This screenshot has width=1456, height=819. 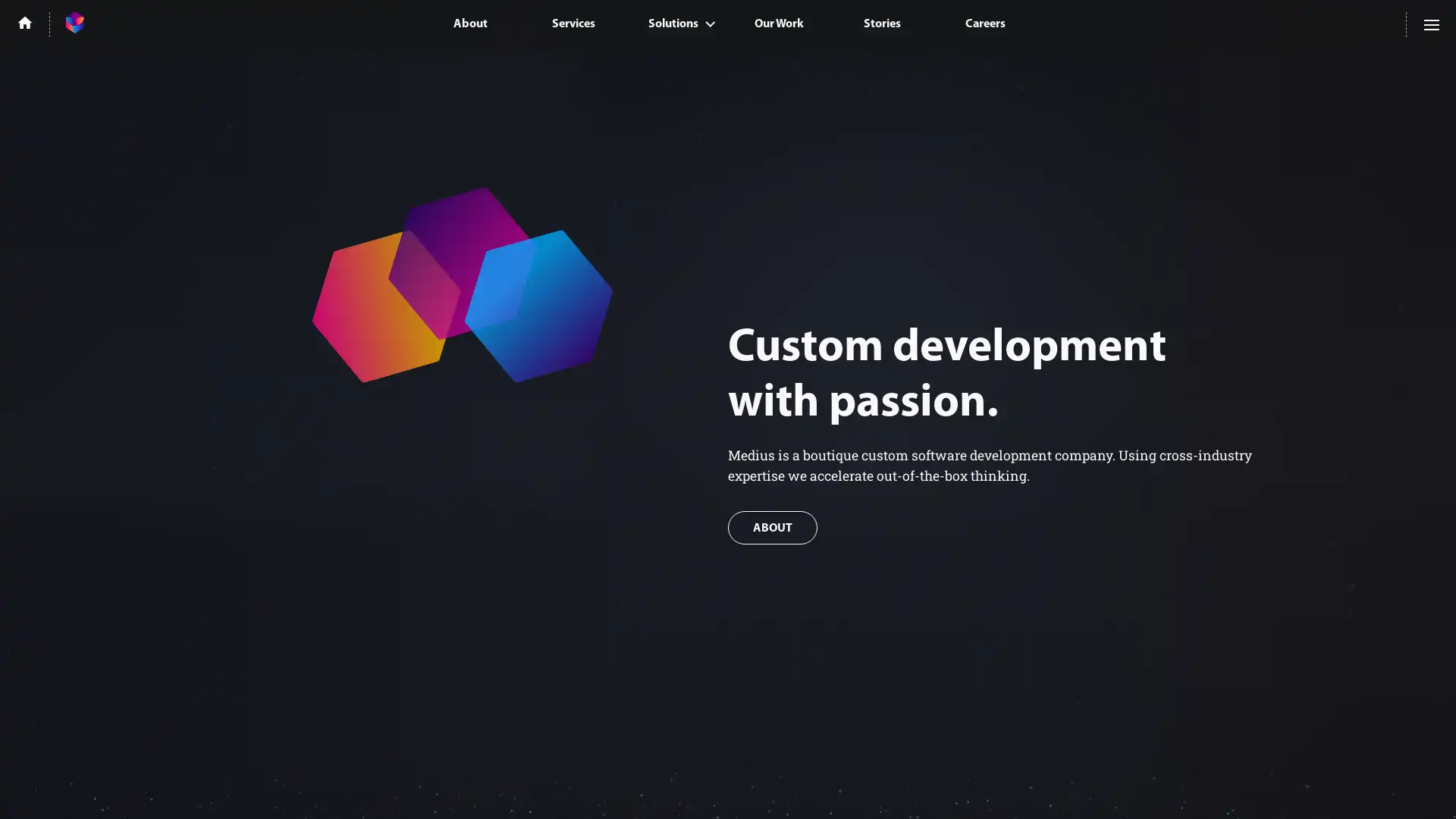 I want to click on HIDE, so click(x=1360, y=786).